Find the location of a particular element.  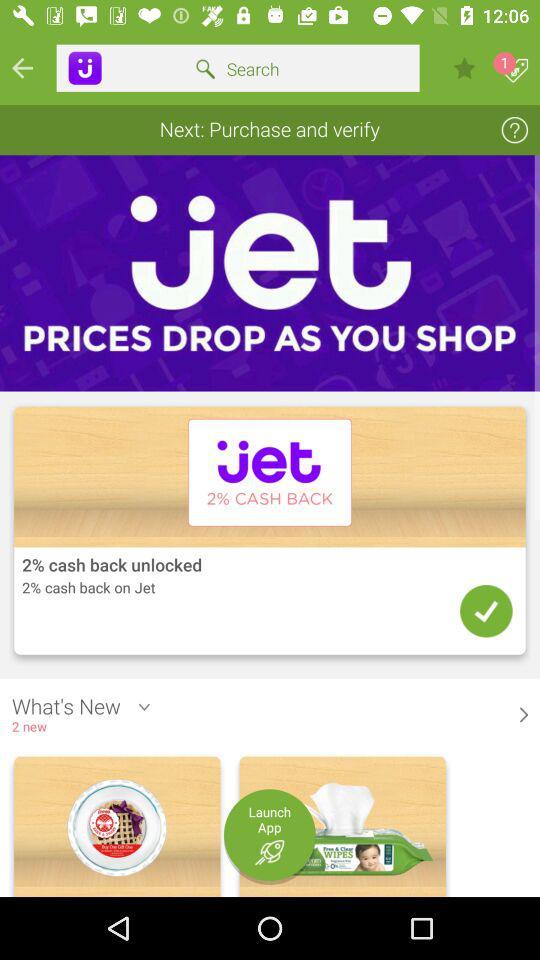

the left arrow at top left corner of the page is located at coordinates (21, 68).